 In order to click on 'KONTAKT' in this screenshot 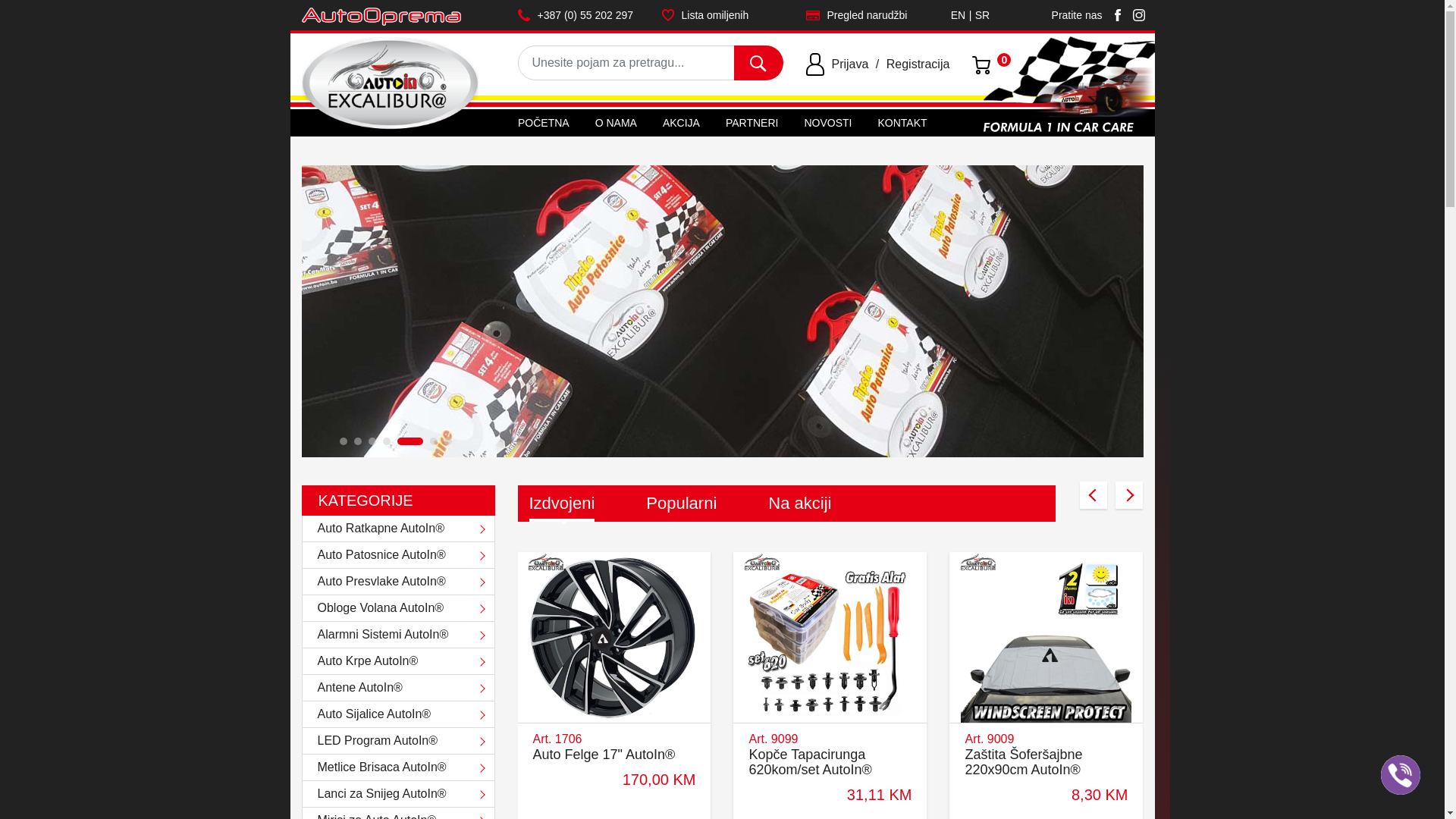, I will do `click(871, 122)`.